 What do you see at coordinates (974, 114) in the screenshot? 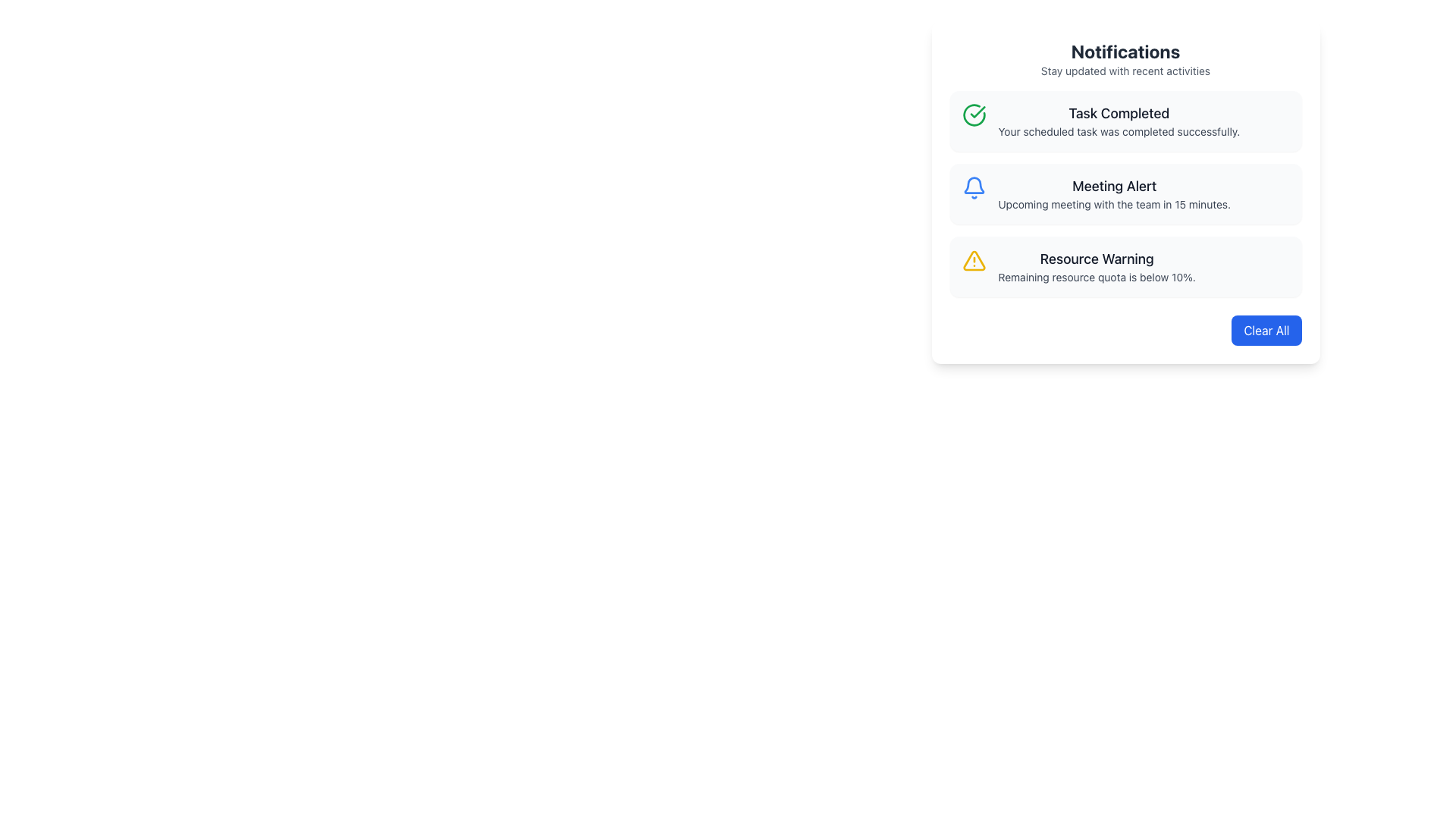
I see `the circular green icon with a checkmark inside, indicating success, located in the 'Task Completed' notification box` at bounding box center [974, 114].